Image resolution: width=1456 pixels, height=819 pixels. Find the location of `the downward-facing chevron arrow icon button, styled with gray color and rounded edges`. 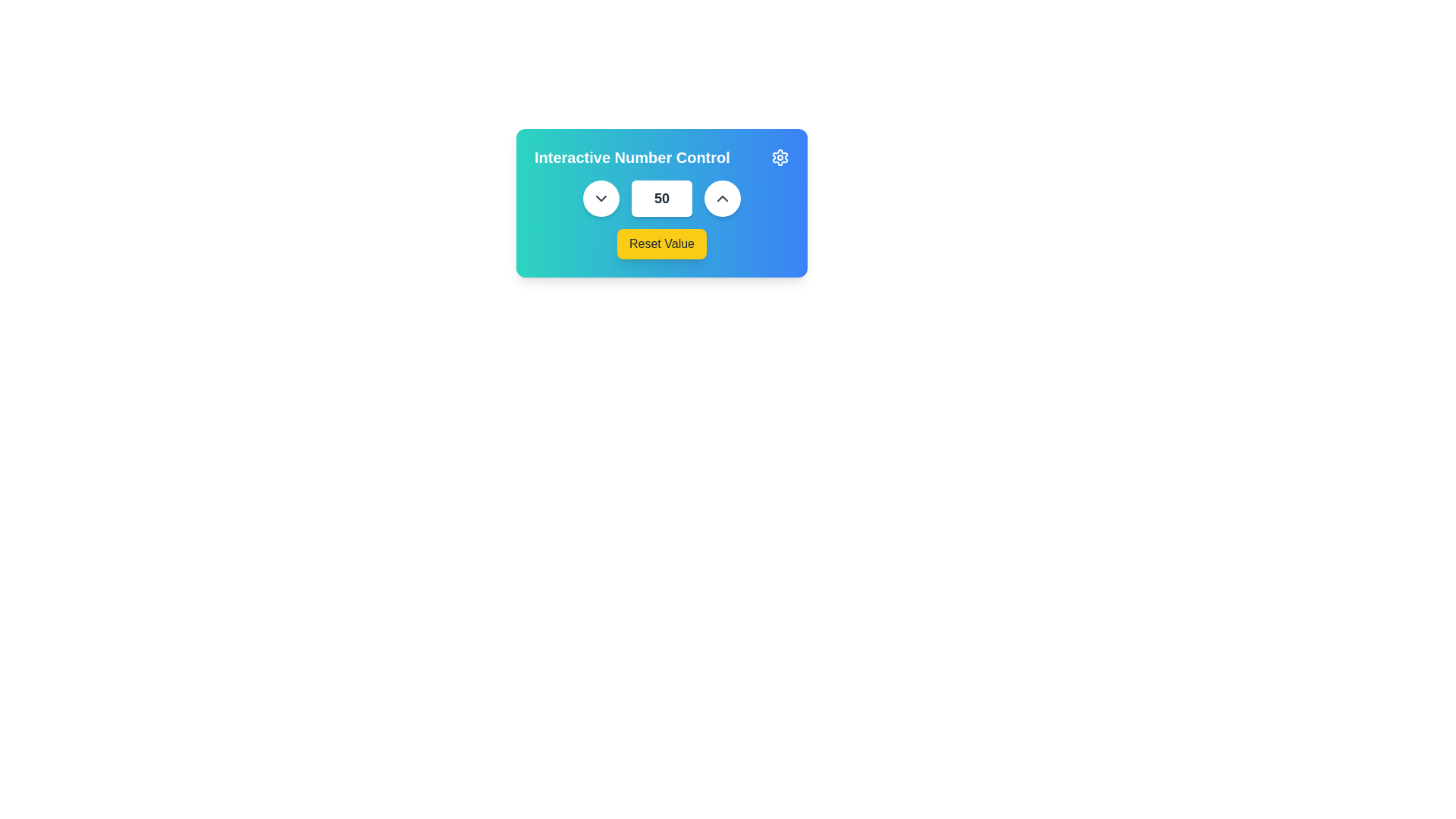

the downward-facing chevron arrow icon button, styled with gray color and rounded edges is located at coordinates (600, 198).